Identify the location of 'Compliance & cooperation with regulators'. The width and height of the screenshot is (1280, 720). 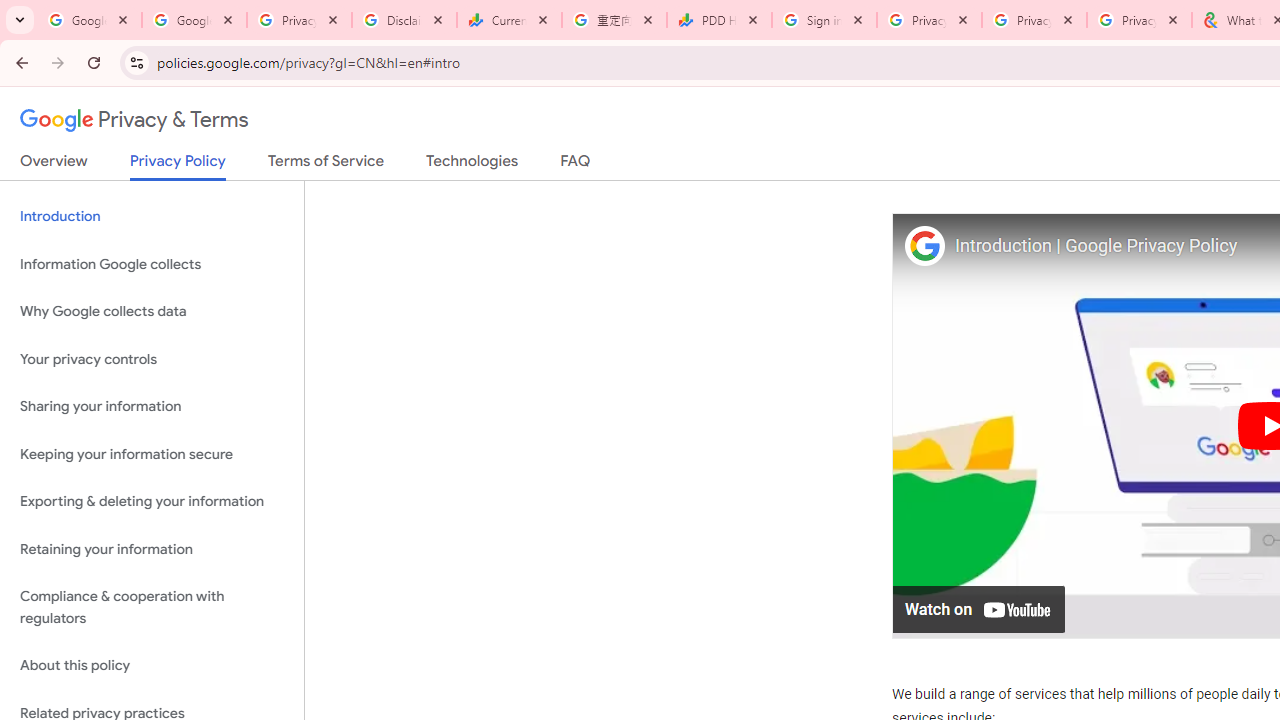
(151, 607).